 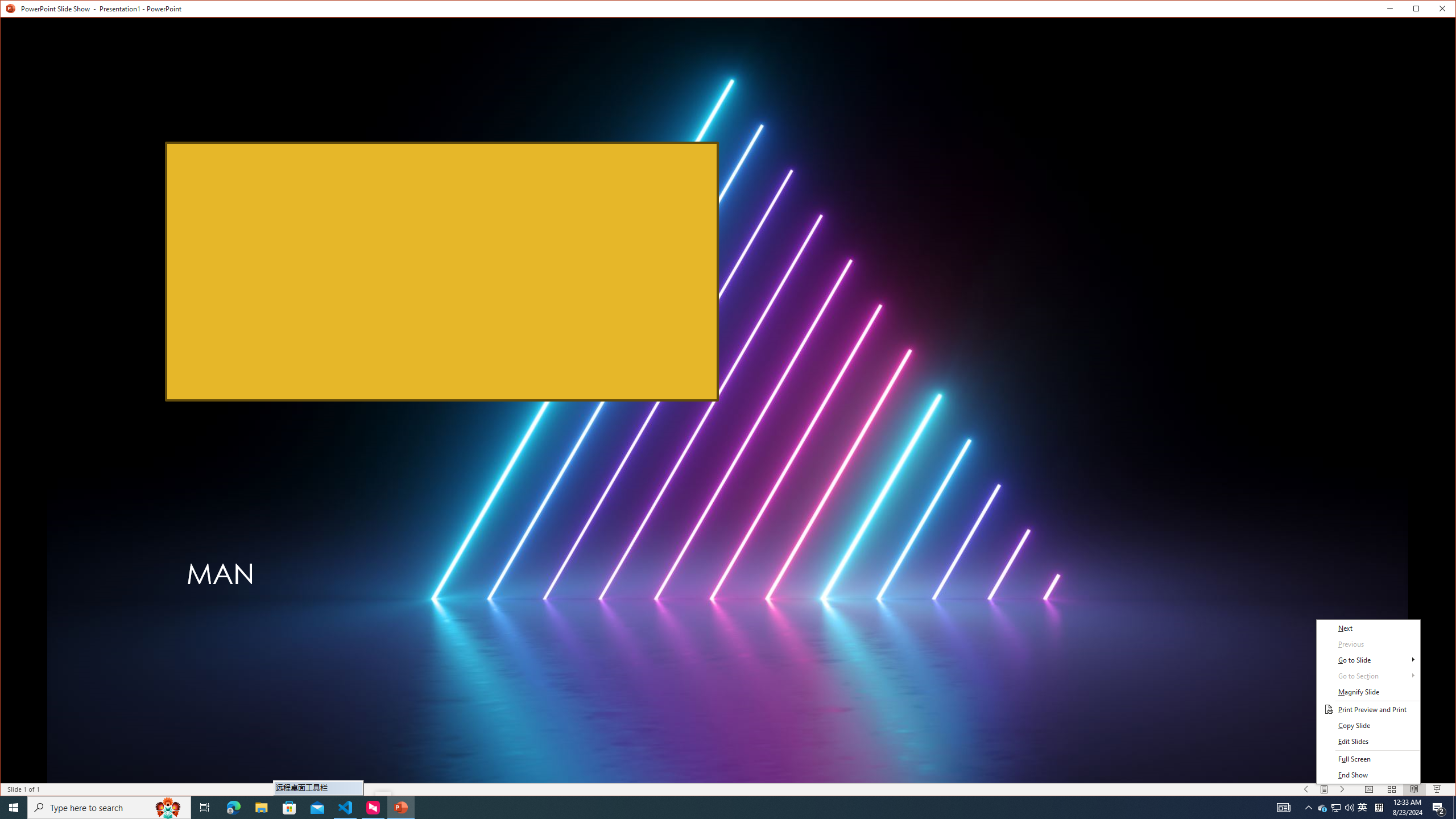 What do you see at coordinates (1368, 701) in the screenshot?
I see `'Class: NetUITWMenuContainer'` at bounding box center [1368, 701].